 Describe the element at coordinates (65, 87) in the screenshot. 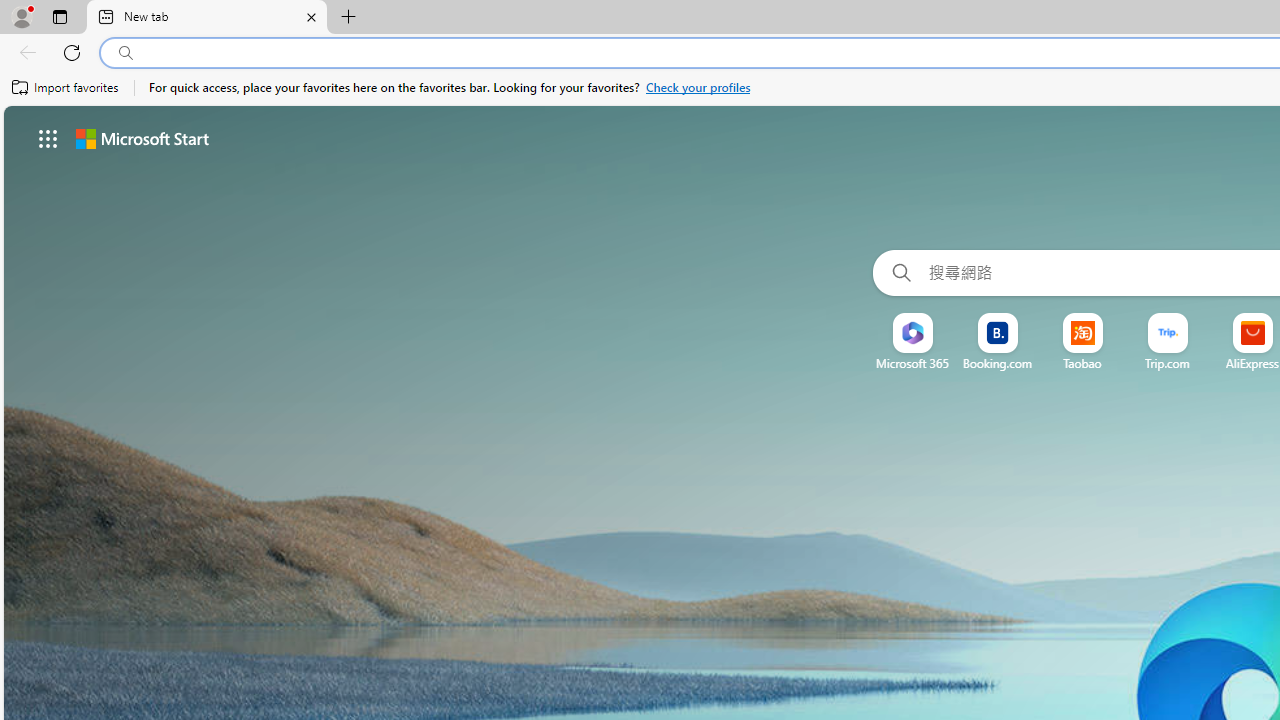

I see `'Import favorites'` at that location.